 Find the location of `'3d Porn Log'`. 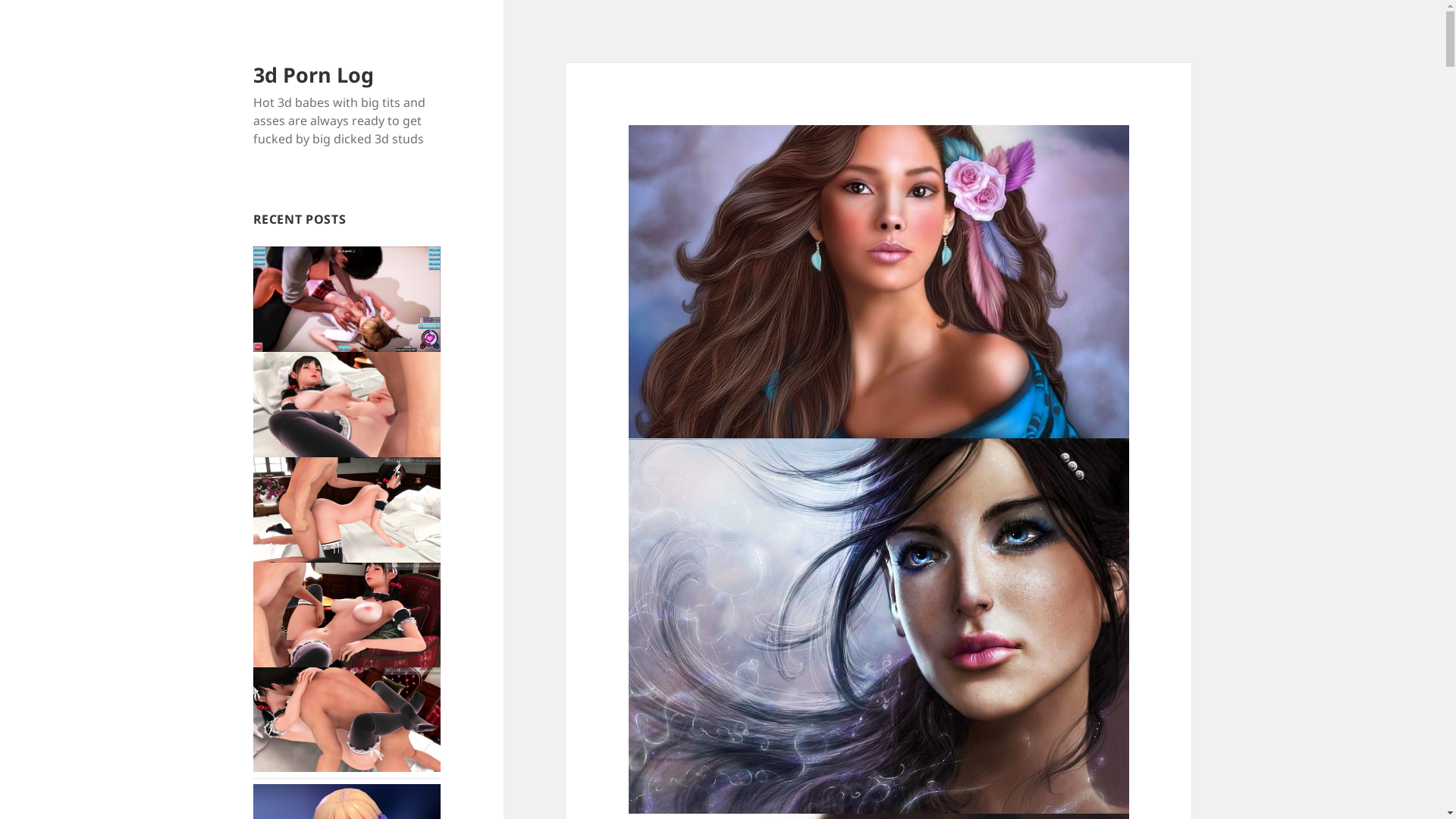

'3d Porn Log' is located at coordinates (312, 74).